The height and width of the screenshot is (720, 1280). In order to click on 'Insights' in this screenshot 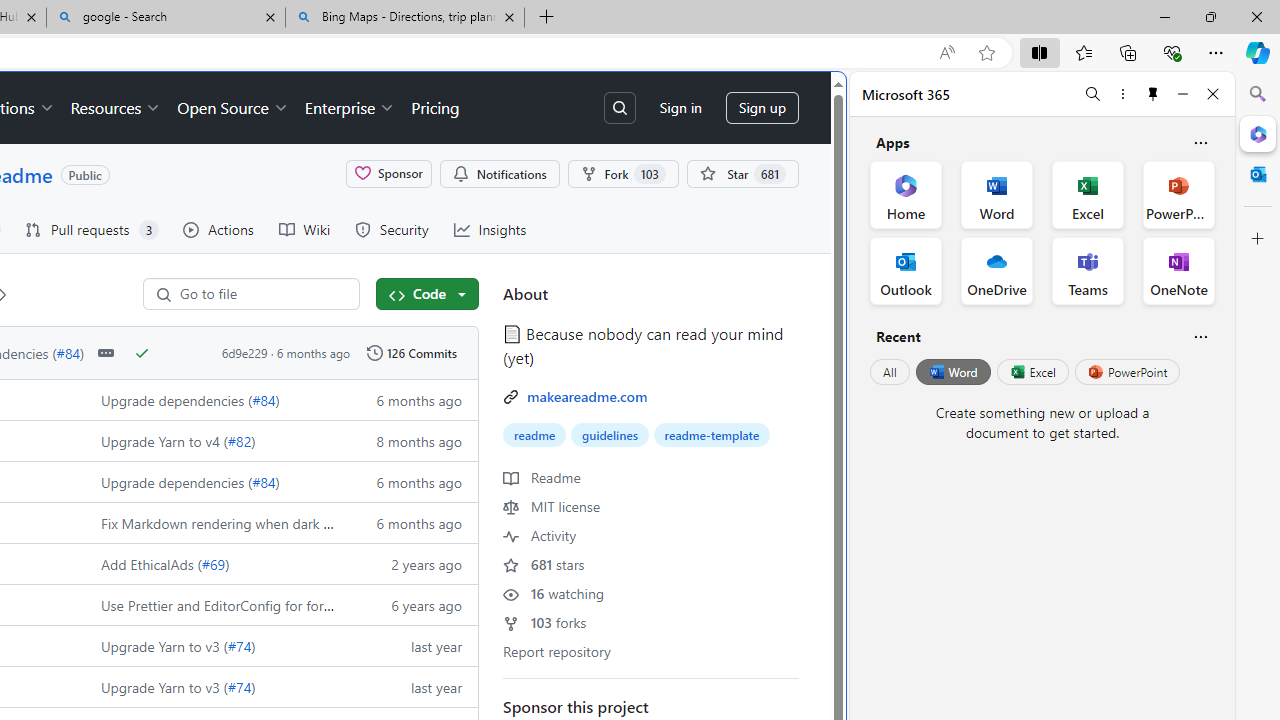, I will do `click(490, 229)`.